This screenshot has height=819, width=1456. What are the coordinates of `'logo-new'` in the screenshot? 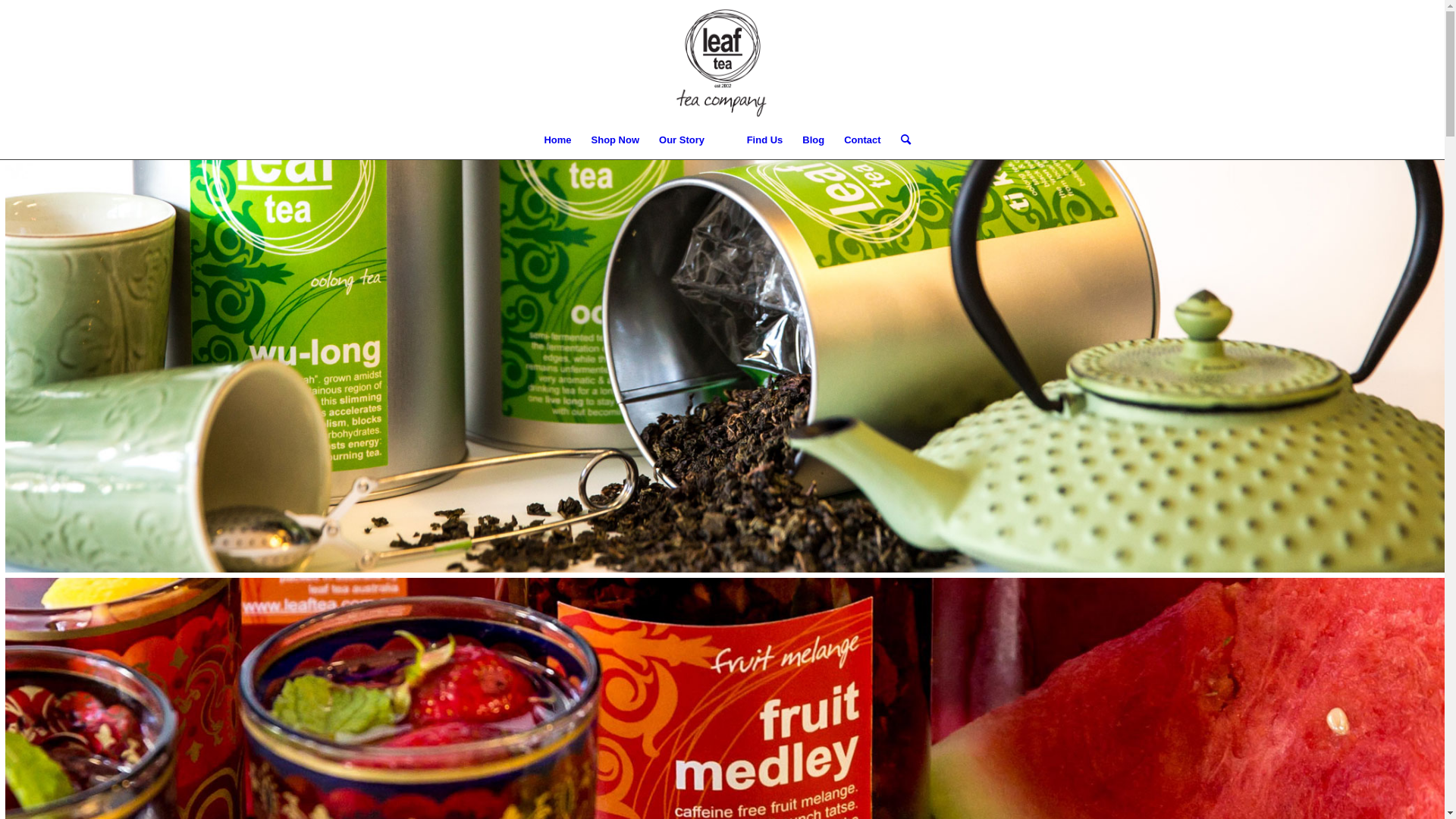 It's located at (721, 60).